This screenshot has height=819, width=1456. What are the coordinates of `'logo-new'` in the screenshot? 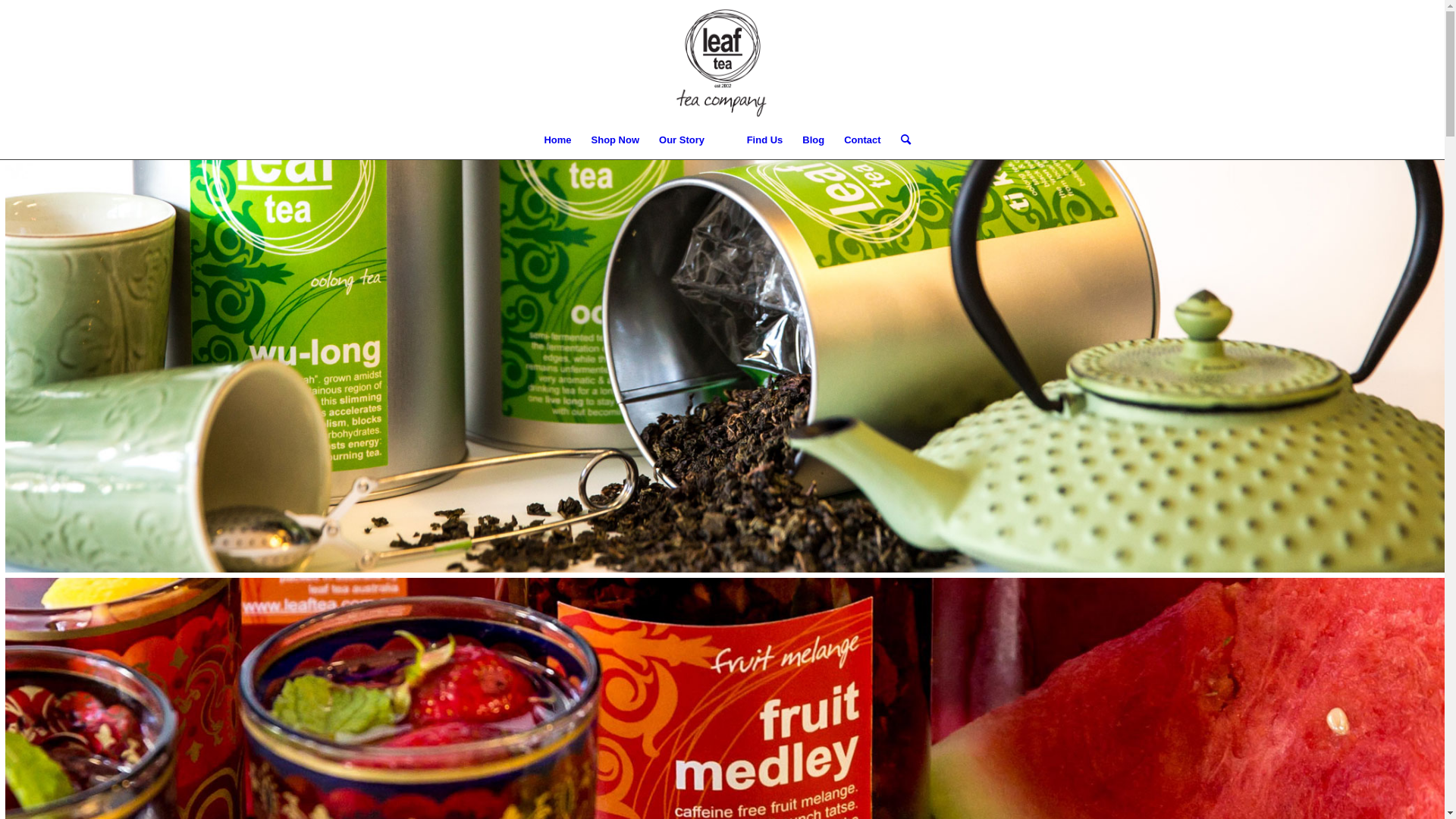 It's located at (721, 60).